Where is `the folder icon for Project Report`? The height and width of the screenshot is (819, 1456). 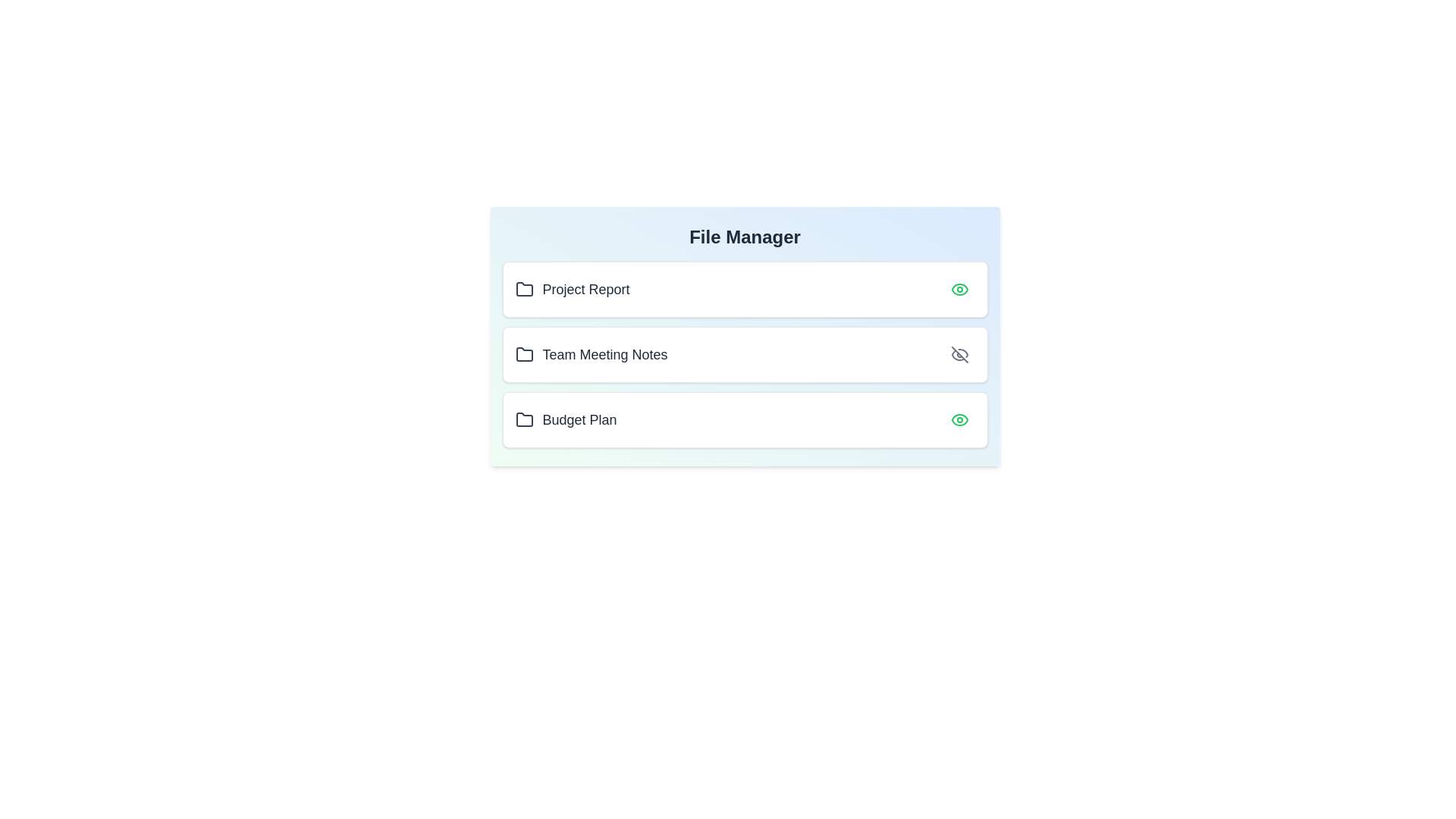 the folder icon for Project Report is located at coordinates (524, 289).